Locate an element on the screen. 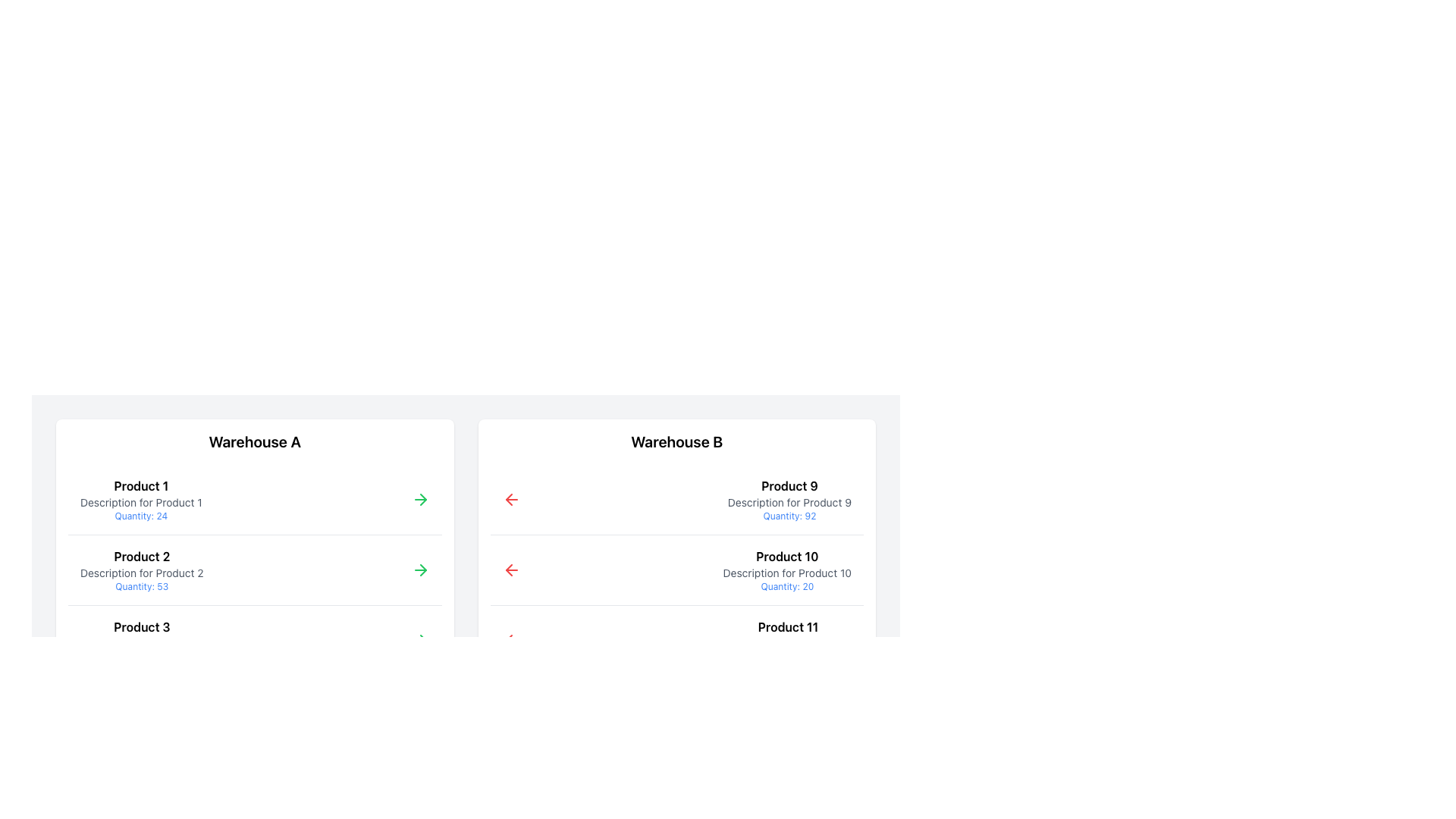 This screenshot has width=1456, height=819. the interactive Text Display Block displaying product details located in 'Warehouse B', positioned between 'Product 9' and 'Product 11', slightly right of center is located at coordinates (787, 570).